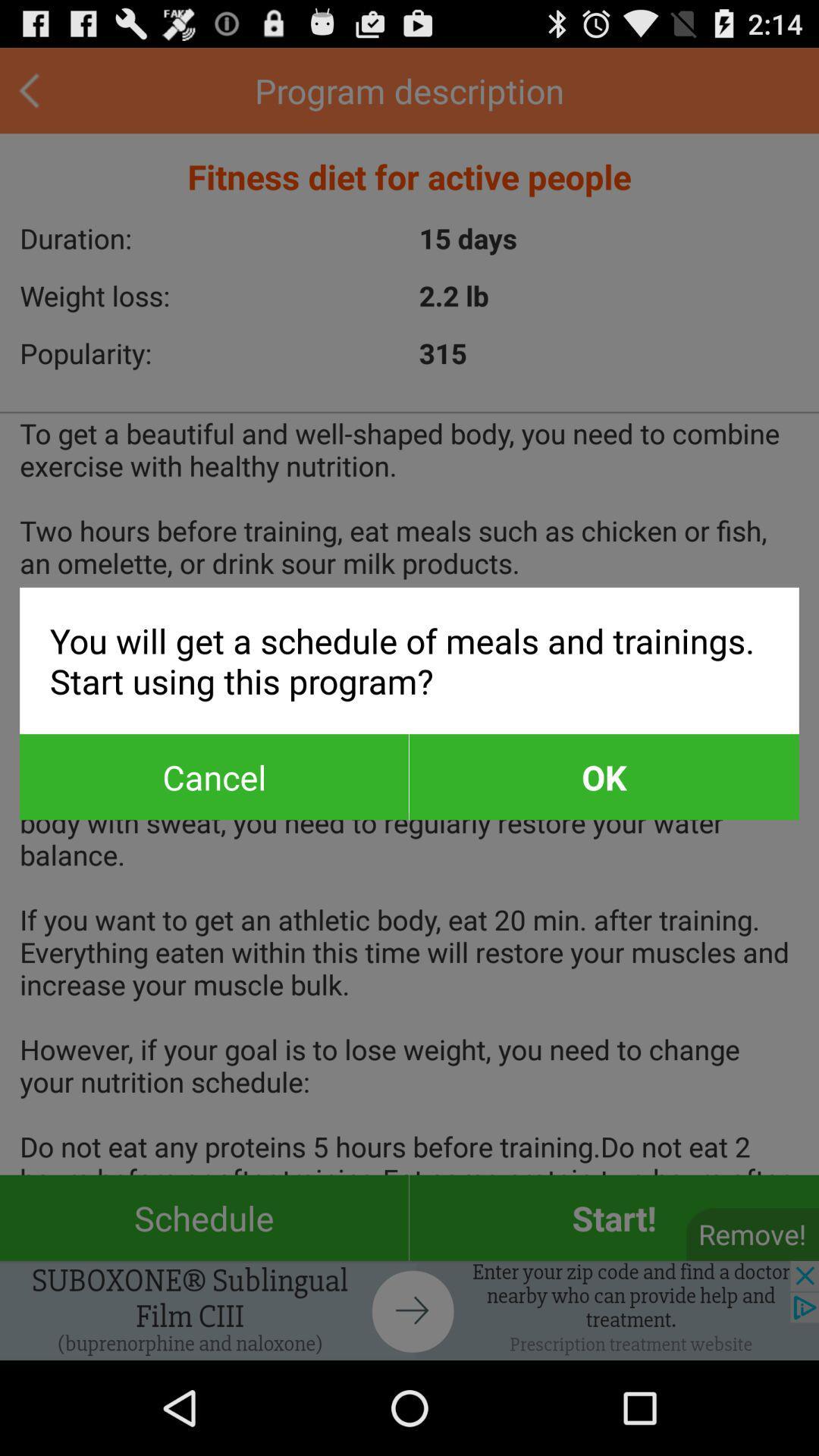 The width and height of the screenshot is (819, 1456). I want to click on the button next to ok, so click(214, 777).